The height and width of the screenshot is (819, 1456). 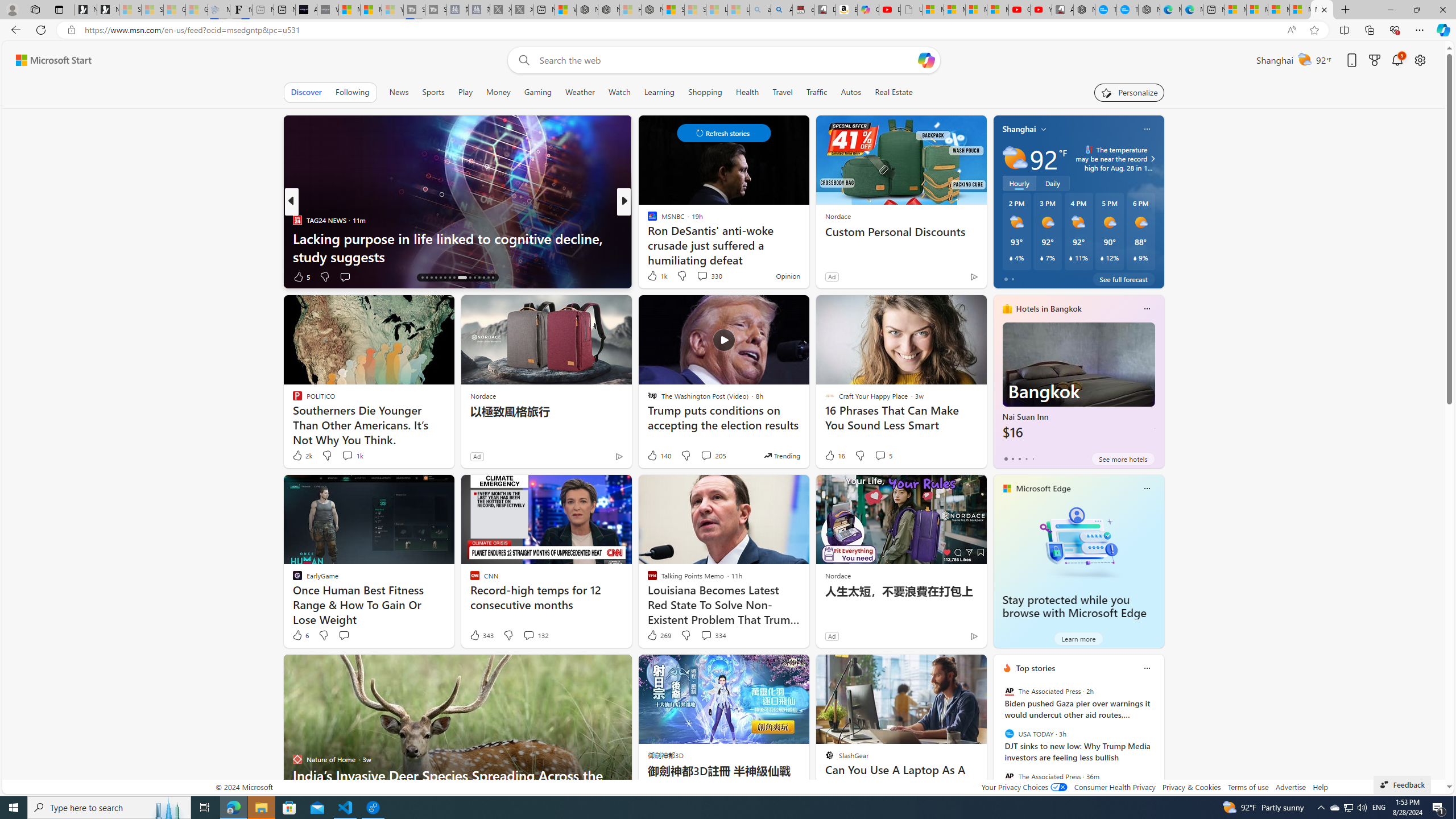 I want to click on 'Consumer Health Privacy', so click(x=1115, y=786).